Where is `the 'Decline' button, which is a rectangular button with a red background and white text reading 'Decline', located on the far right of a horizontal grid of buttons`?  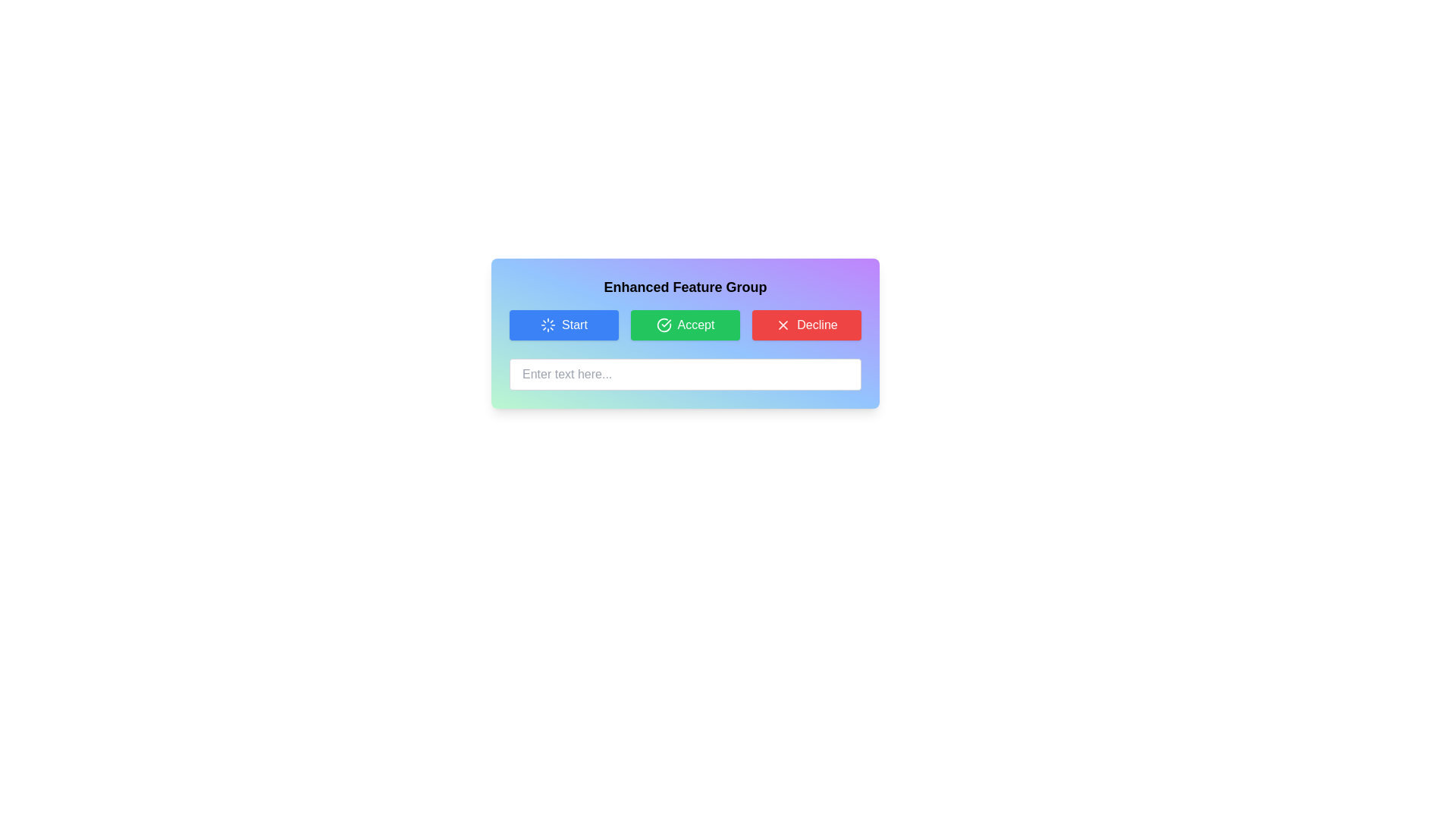 the 'Decline' button, which is a rectangular button with a red background and white text reading 'Decline', located on the far right of a horizontal grid of buttons is located at coordinates (806, 324).